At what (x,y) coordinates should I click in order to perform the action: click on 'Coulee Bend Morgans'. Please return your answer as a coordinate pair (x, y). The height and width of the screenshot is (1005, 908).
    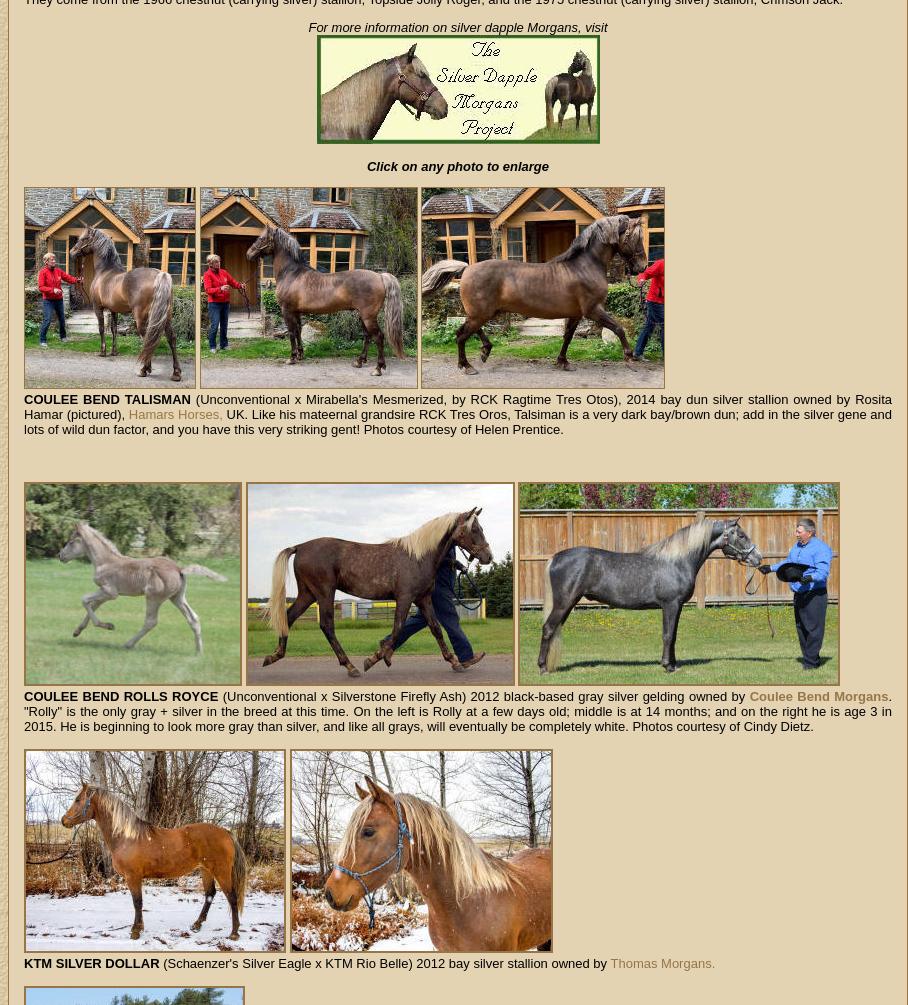
    Looking at the image, I should click on (818, 696).